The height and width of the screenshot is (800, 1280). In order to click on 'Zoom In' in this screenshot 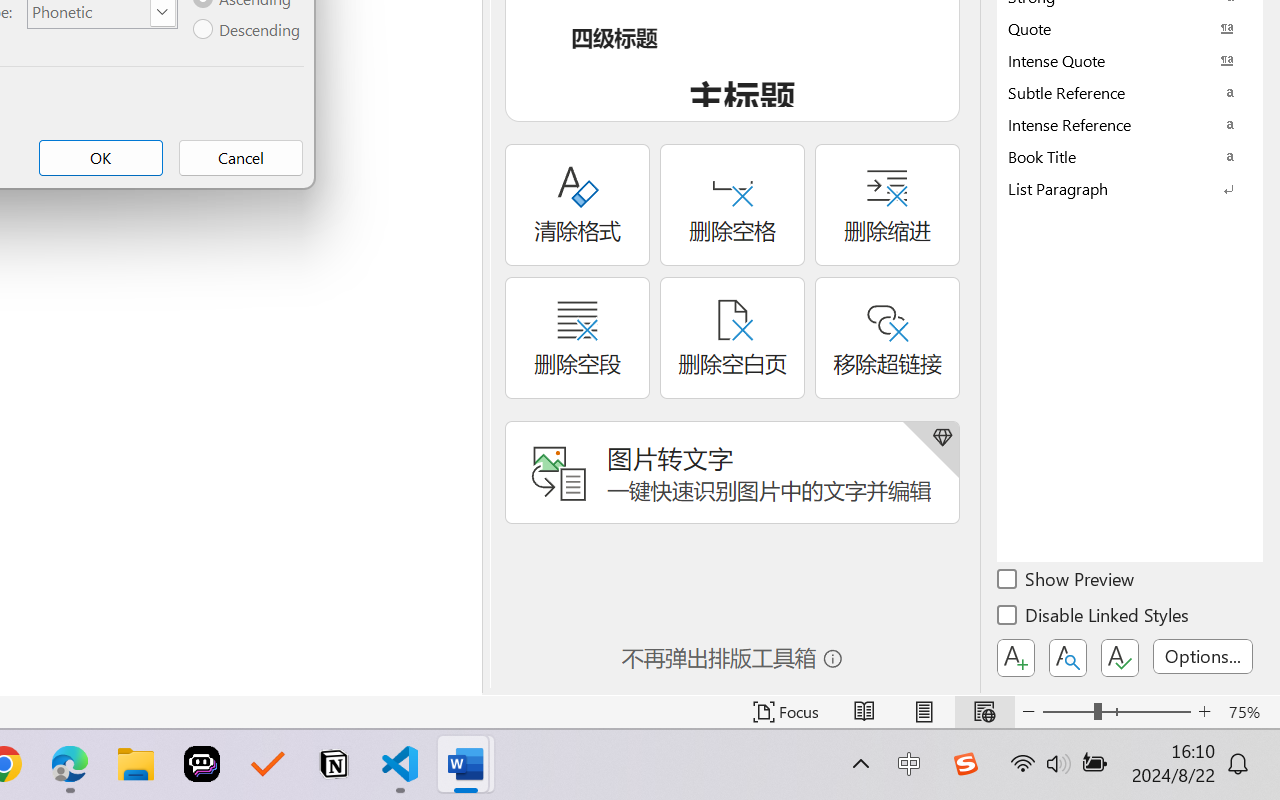, I will do `click(1204, 711)`.